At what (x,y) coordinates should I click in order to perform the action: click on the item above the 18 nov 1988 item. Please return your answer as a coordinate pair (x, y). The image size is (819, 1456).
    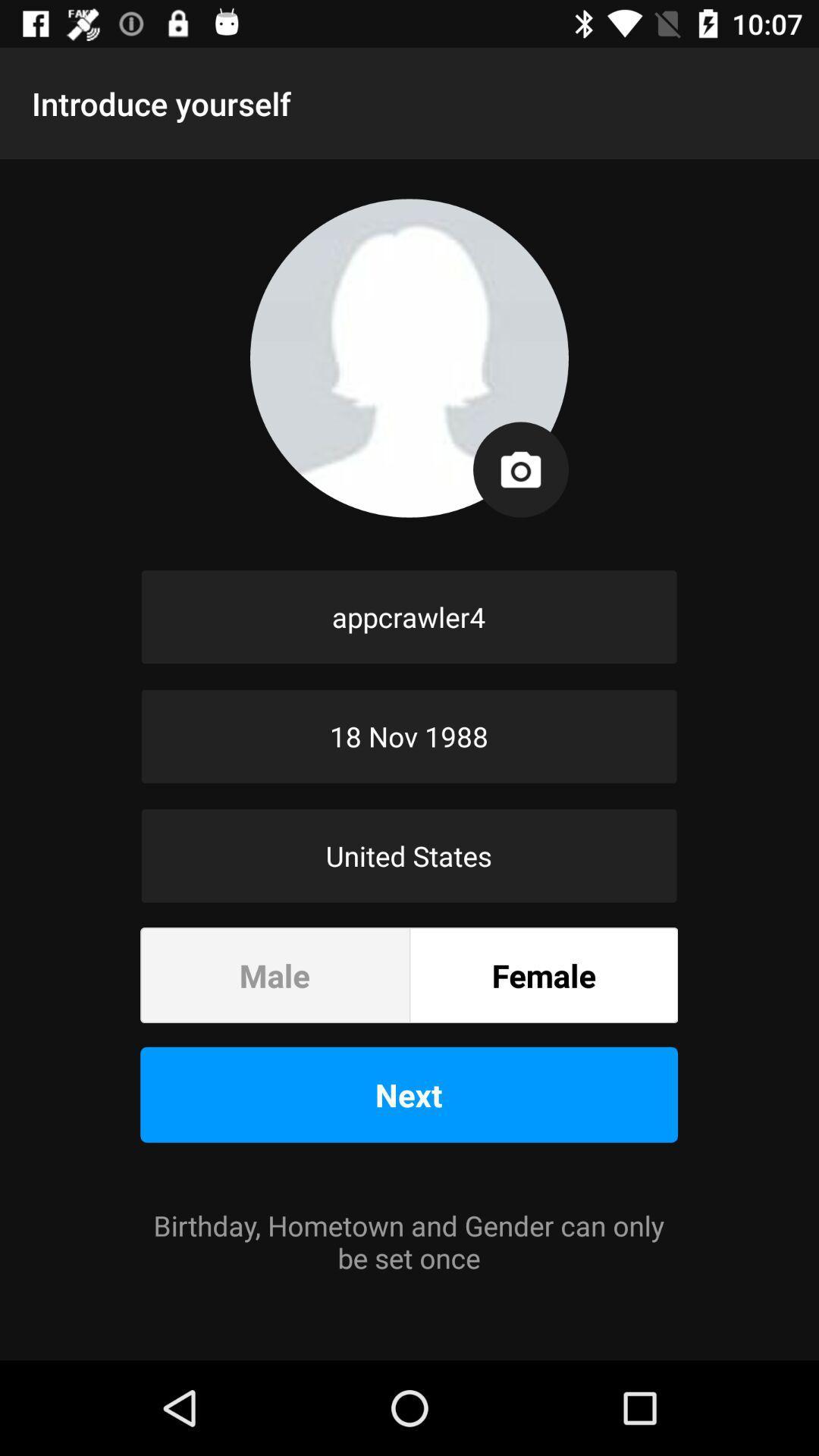
    Looking at the image, I should click on (408, 617).